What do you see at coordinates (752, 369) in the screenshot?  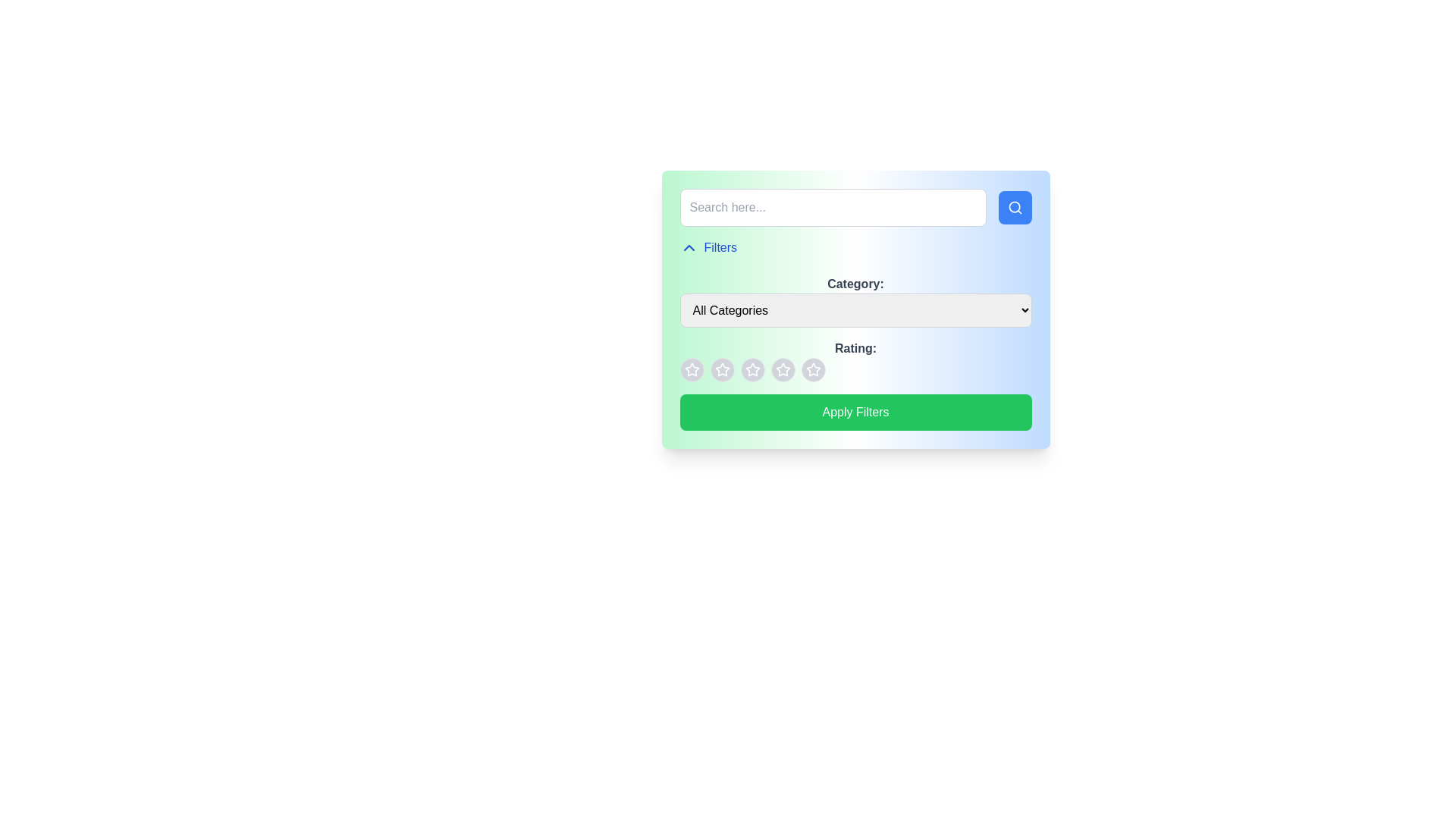 I see `the second star icon in the horizontal row of rating stars below the 'Rating' label by` at bounding box center [752, 369].